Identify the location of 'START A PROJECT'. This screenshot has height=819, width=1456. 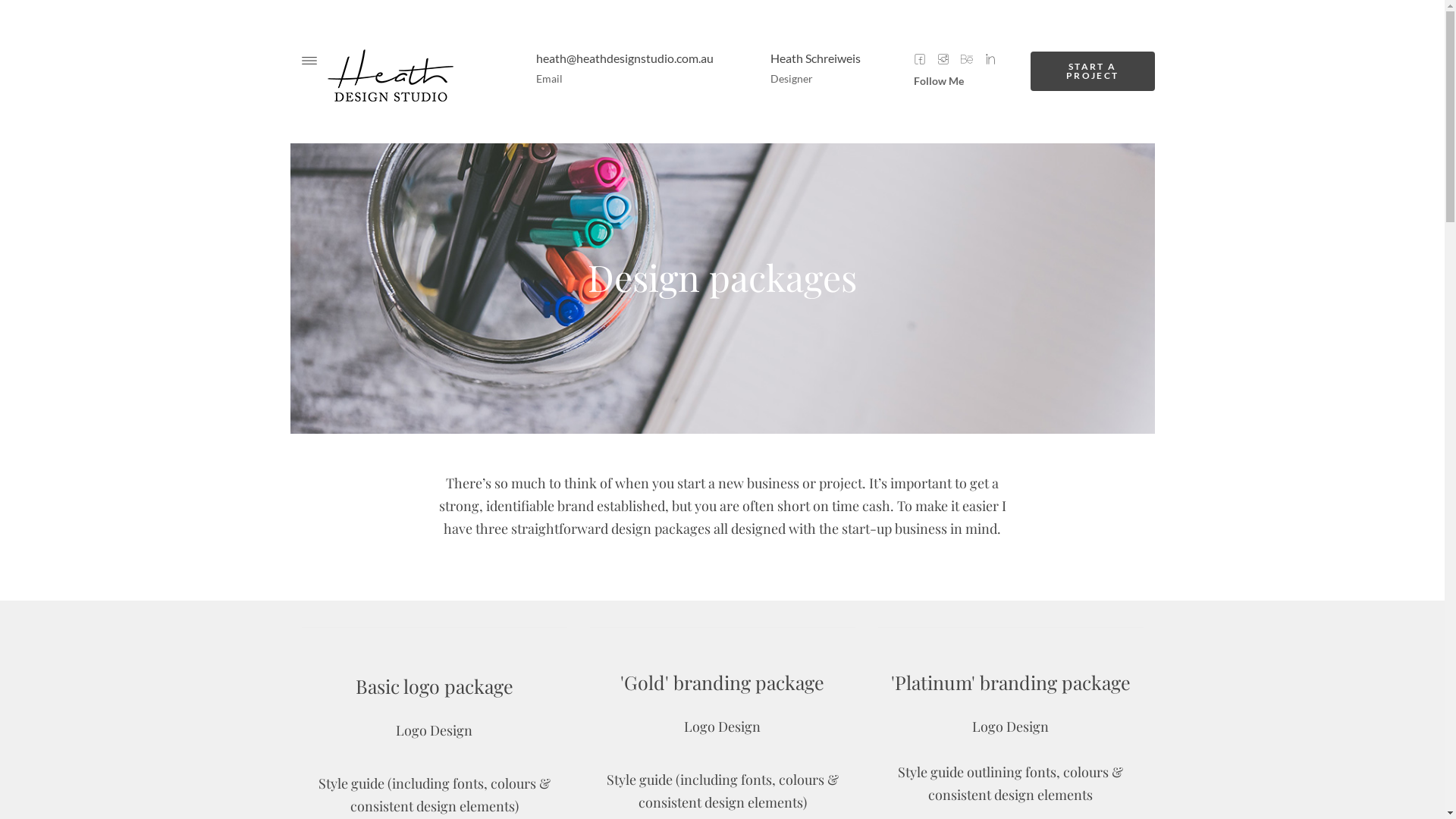
(1092, 71).